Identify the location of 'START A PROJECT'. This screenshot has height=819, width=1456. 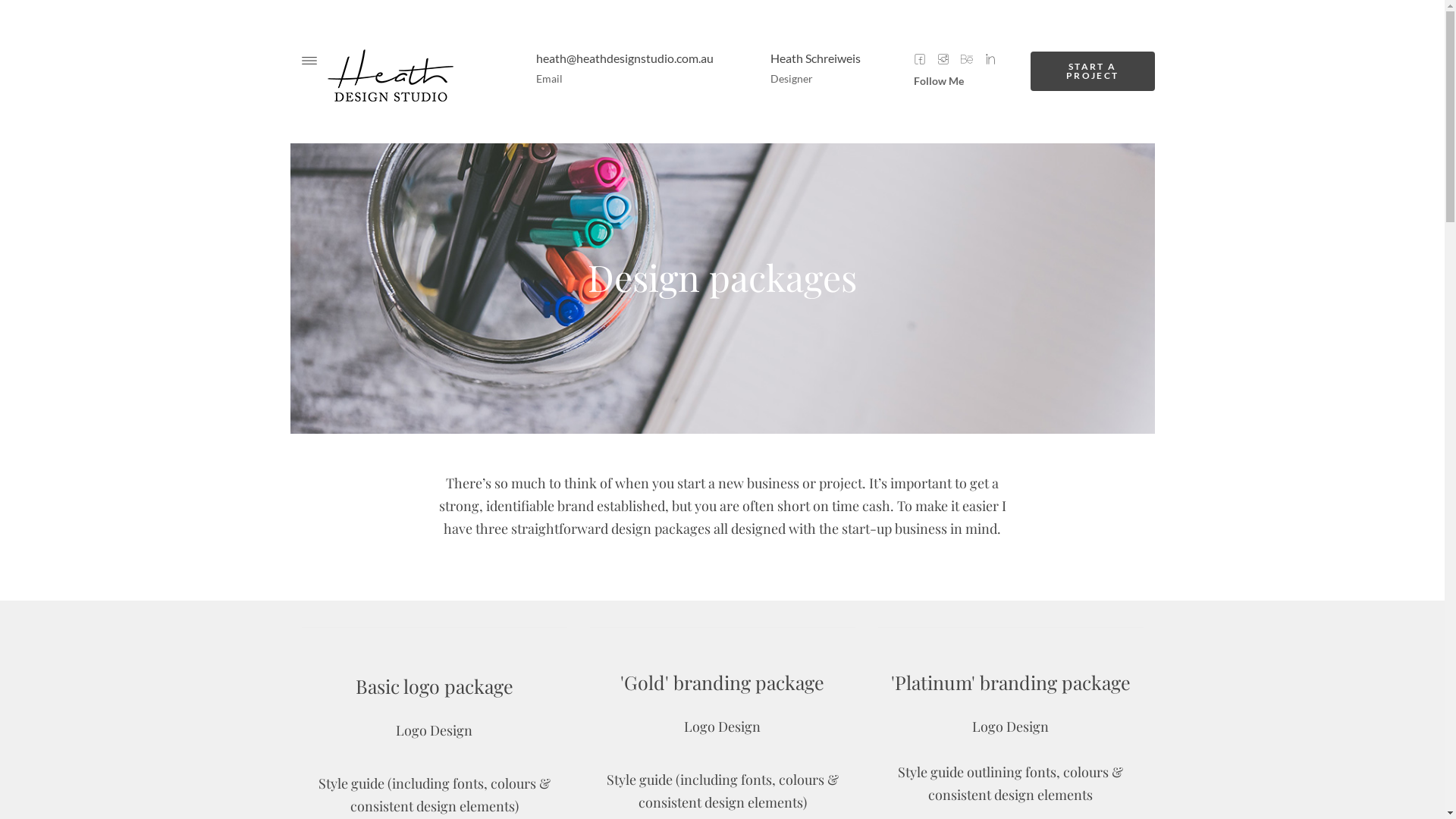
(1092, 71).